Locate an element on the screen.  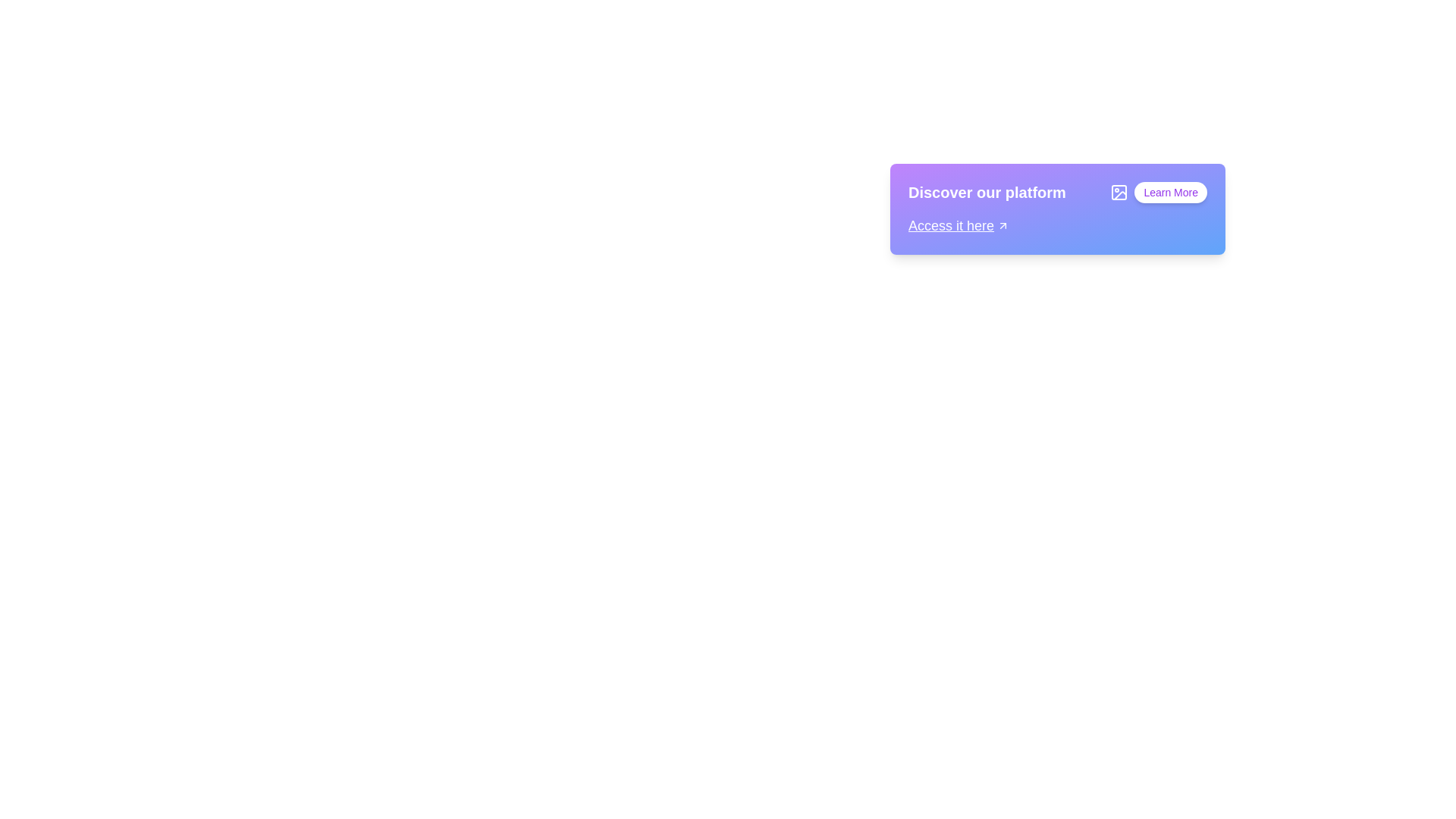
the image icon styled with a white stroke on a purple background, which is positioned to the left of the 'Learn More' text button is located at coordinates (1119, 192).